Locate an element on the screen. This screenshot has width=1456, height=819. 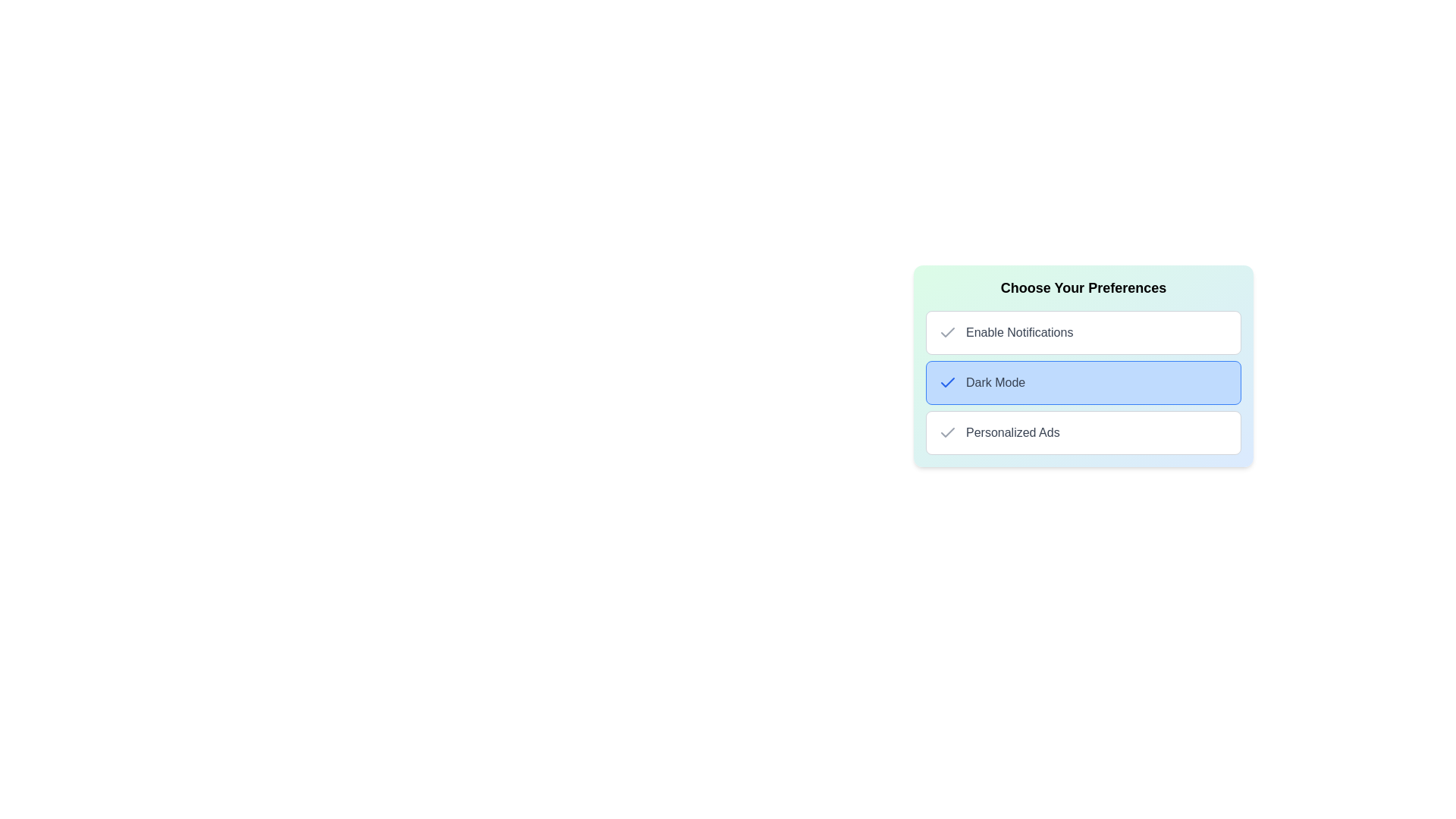
the second selectable option in the preferences list is located at coordinates (1083, 388).